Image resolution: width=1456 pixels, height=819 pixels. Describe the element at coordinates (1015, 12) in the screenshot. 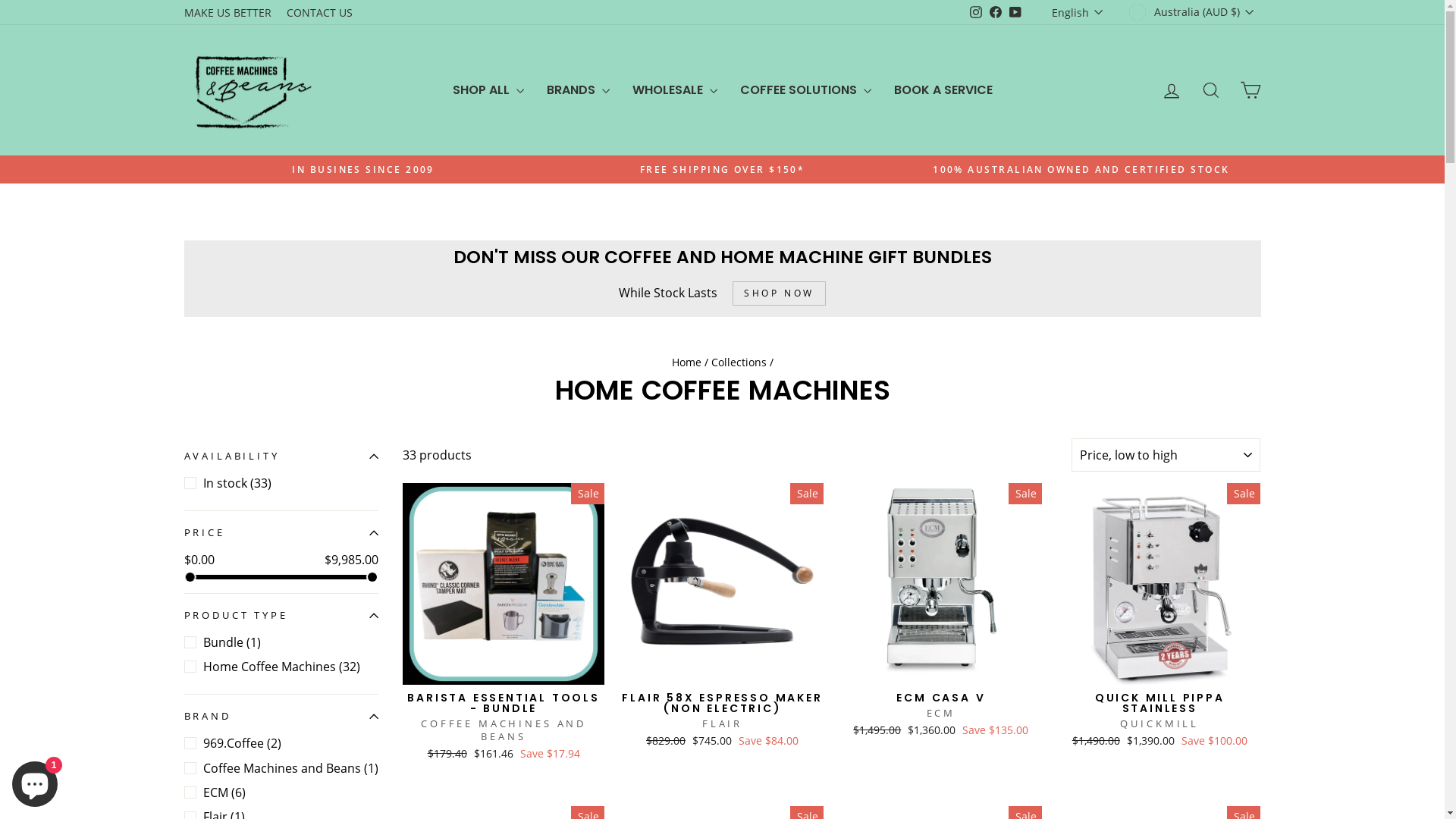

I see `'YouTube'` at that location.